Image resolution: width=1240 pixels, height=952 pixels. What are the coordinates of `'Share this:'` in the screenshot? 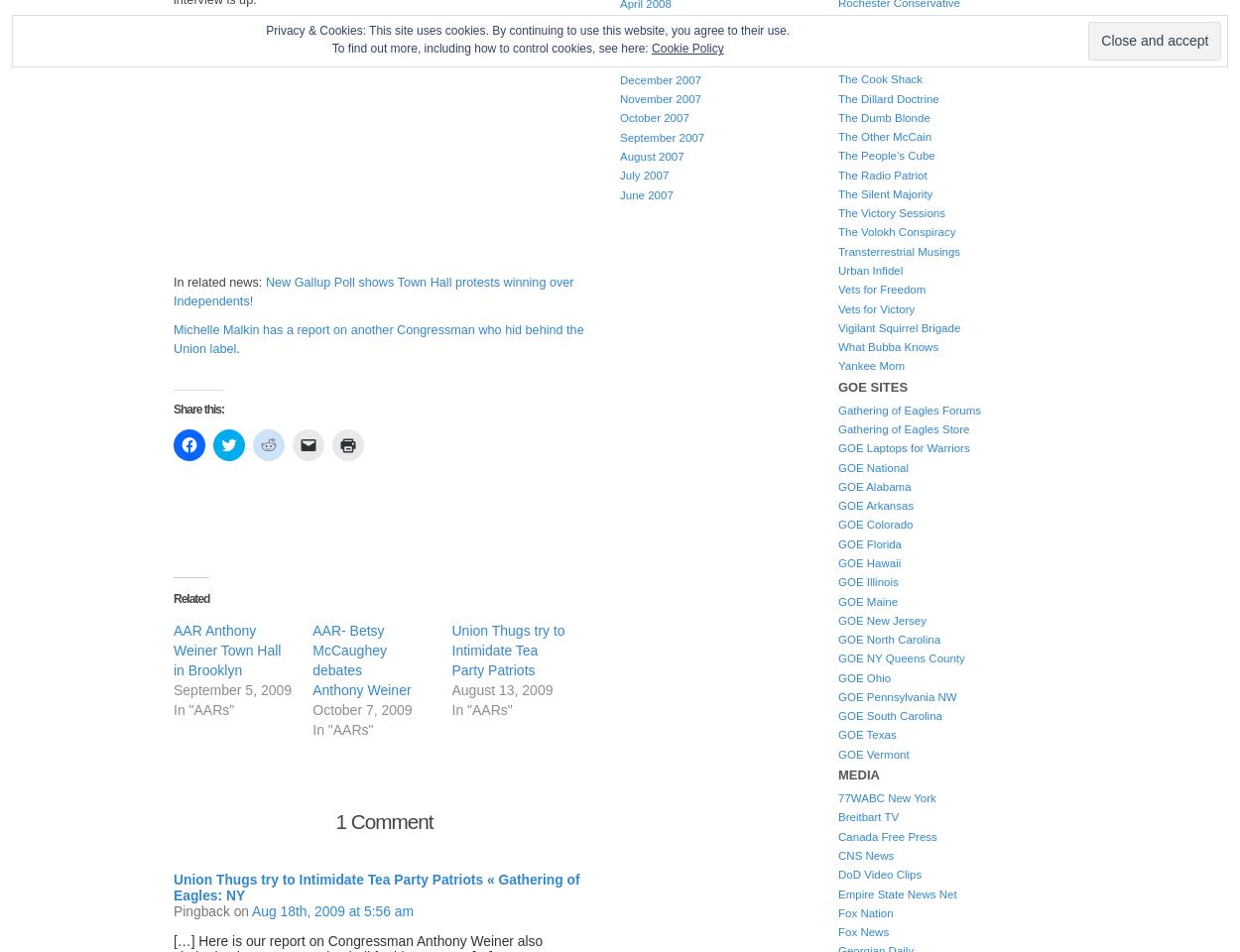 It's located at (197, 408).